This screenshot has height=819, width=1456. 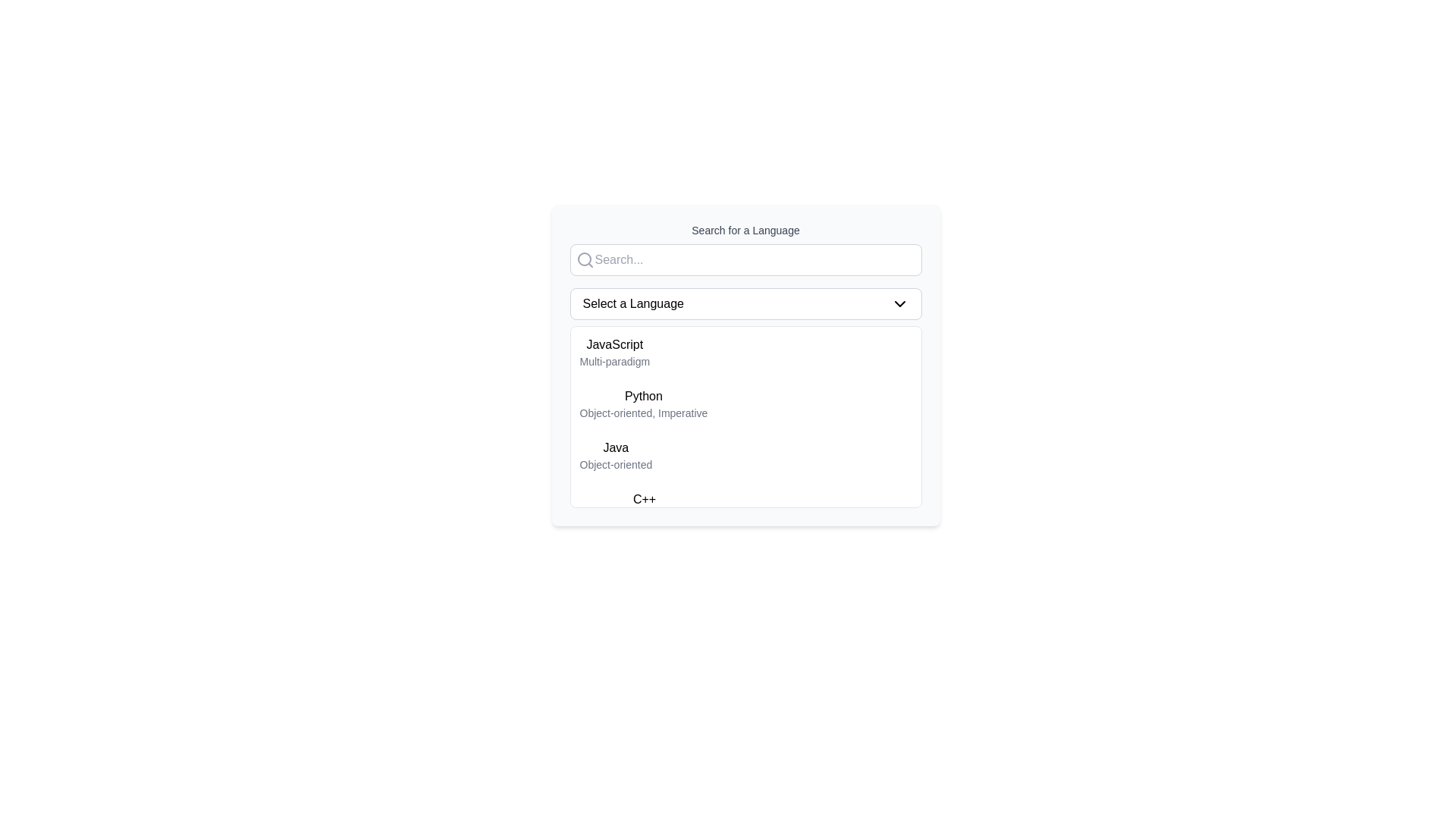 What do you see at coordinates (615, 455) in the screenshot?
I see `to select the 'Java' programming language from the dropdown list, which is positioned between 'Python' and 'C++'` at bounding box center [615, 455].